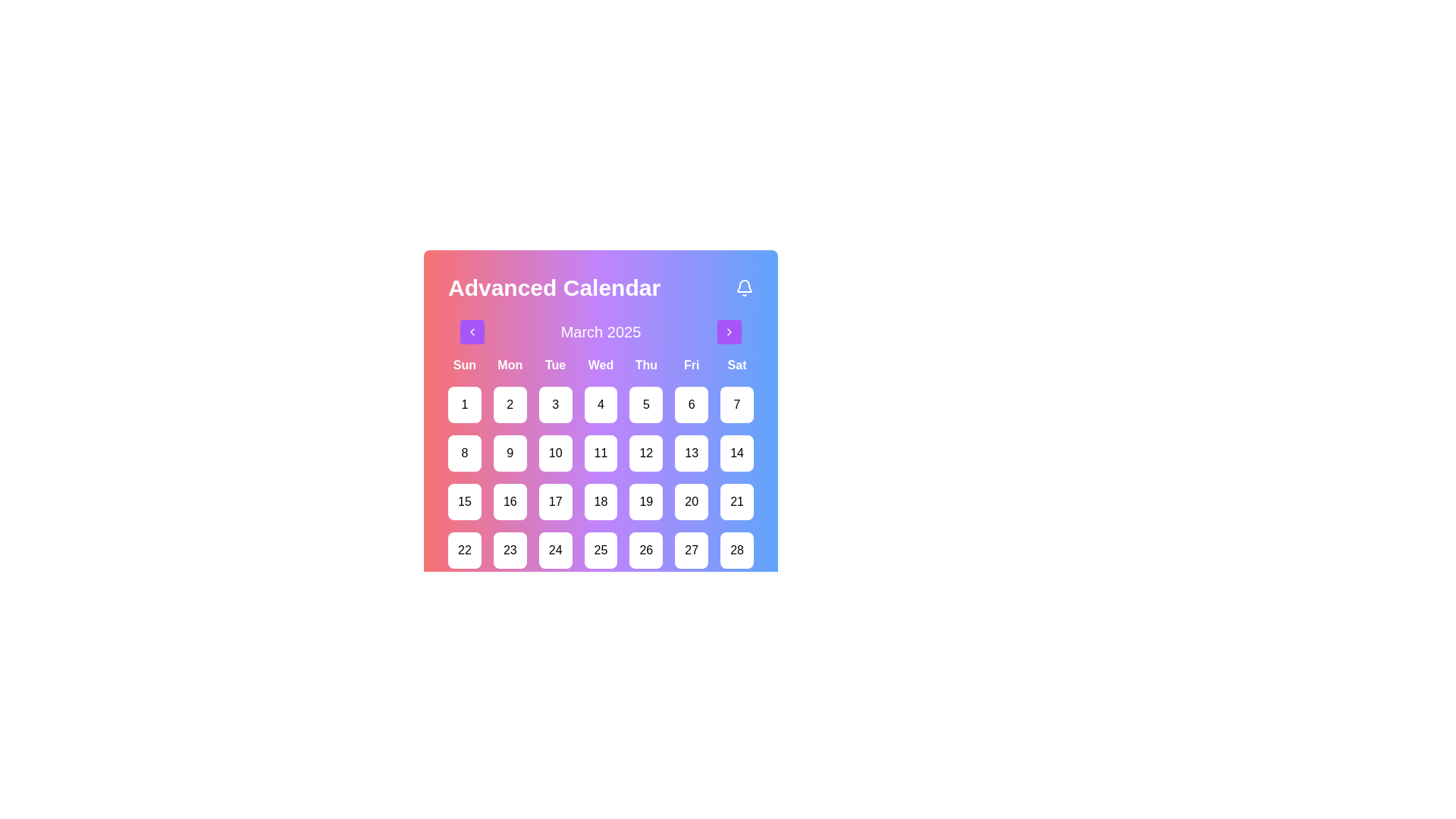 This screenshot has height=819, width=1456. I want to click on the clickable calendar date cell representing the 13th of March 2025, so click(691, 452).